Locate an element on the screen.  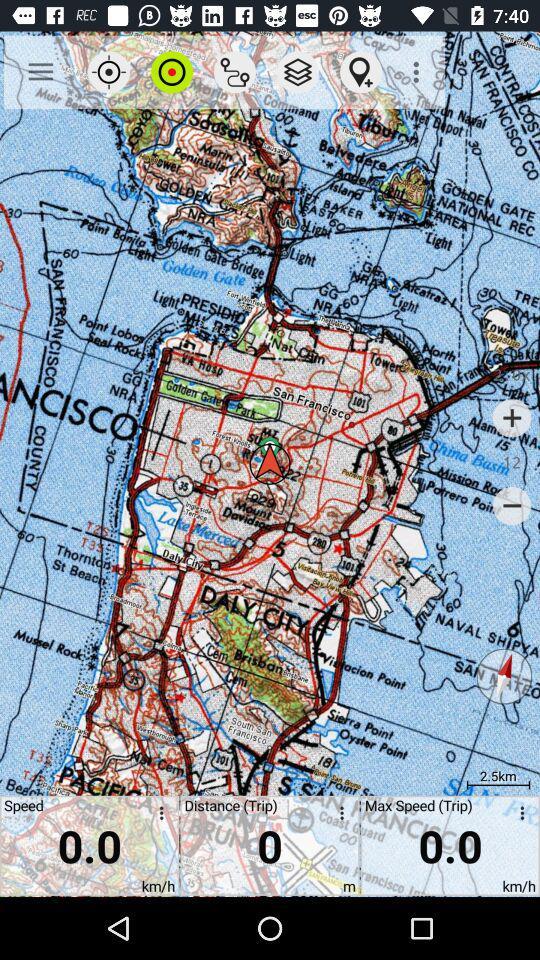
the app above distance (trip) app is located at coordinates (234, 72).